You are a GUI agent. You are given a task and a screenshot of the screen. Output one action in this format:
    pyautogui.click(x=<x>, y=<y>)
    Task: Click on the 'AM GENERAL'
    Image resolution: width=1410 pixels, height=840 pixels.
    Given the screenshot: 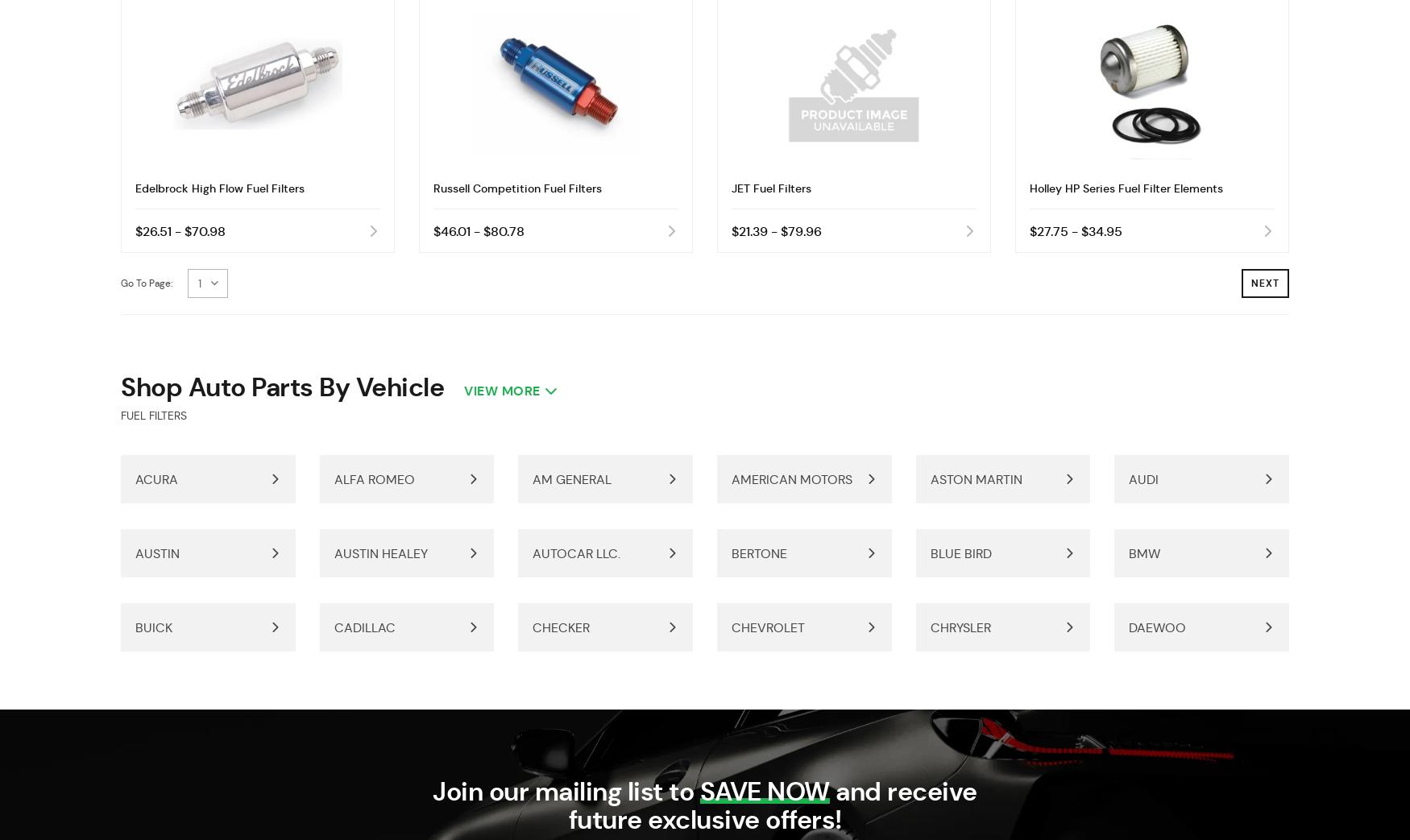 What is the action you would take?
    pyautogui.click(x=531, y=479)
    